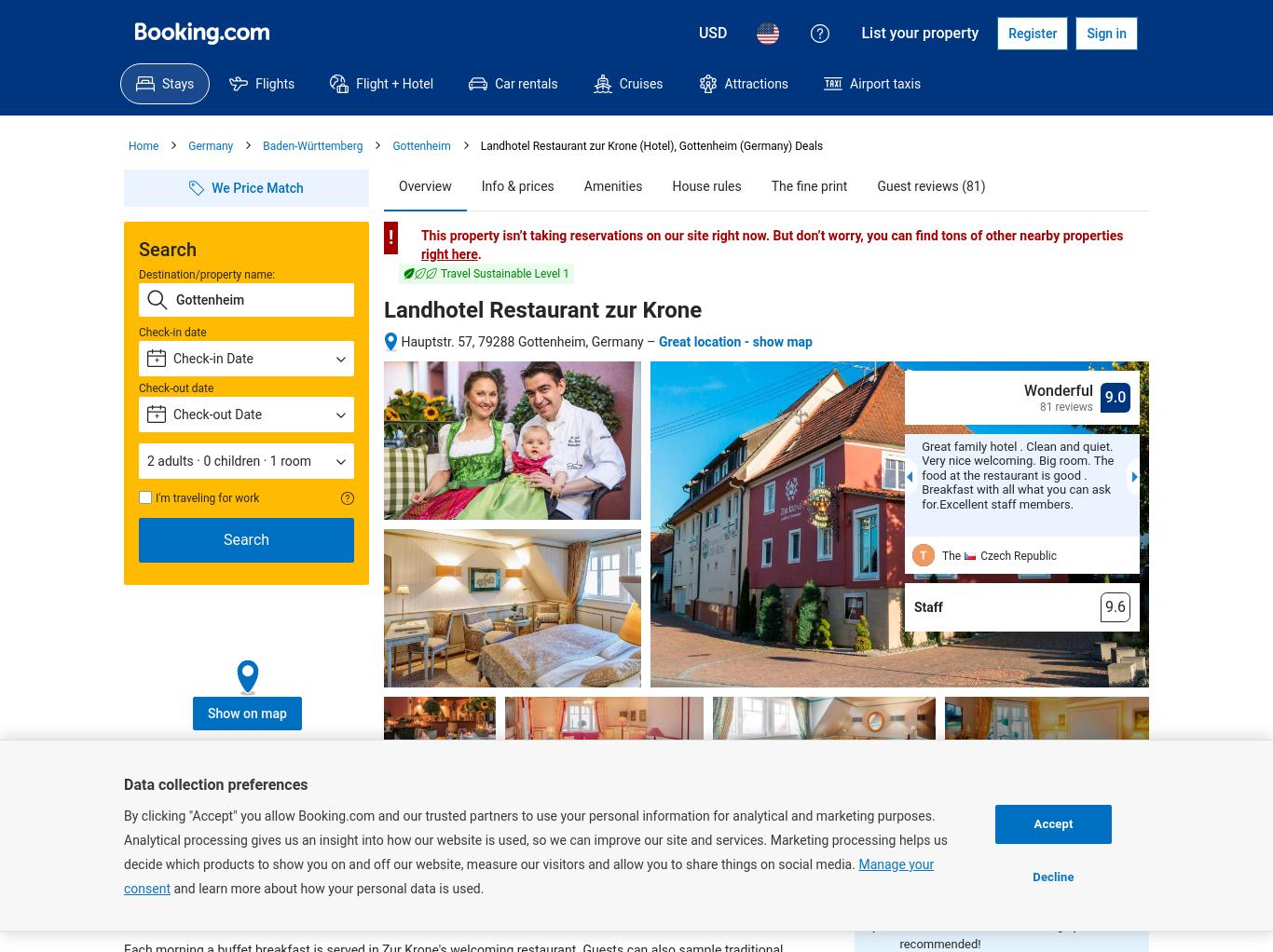 This screenshot has width=1273, height=952. What do you see at coordinates (517, 186) in the screenshot?
I see `'Info & prices'` at bounding box center [517, 186].